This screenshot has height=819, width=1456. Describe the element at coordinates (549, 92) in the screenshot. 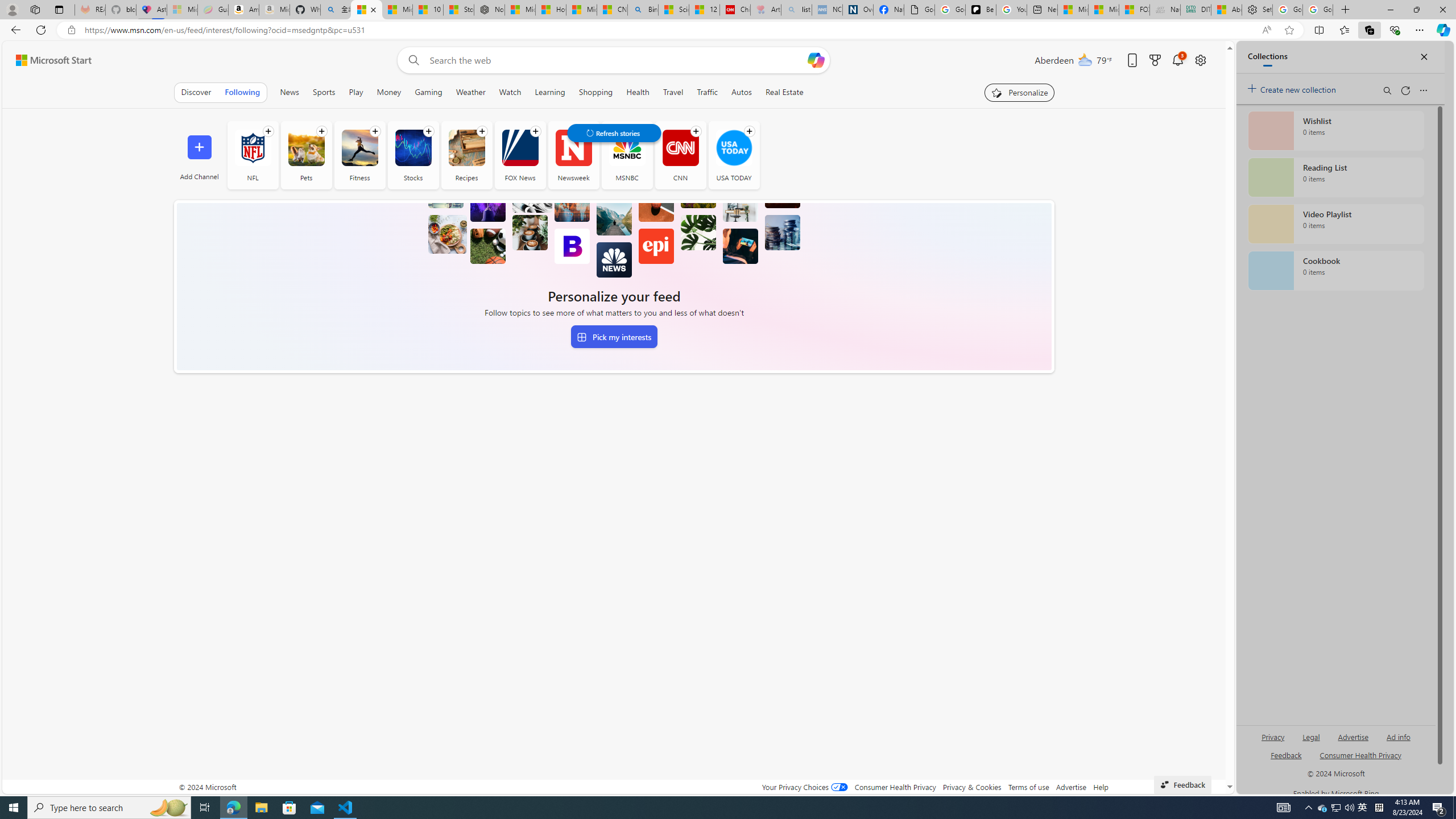

I see `'Learning'` at that location.